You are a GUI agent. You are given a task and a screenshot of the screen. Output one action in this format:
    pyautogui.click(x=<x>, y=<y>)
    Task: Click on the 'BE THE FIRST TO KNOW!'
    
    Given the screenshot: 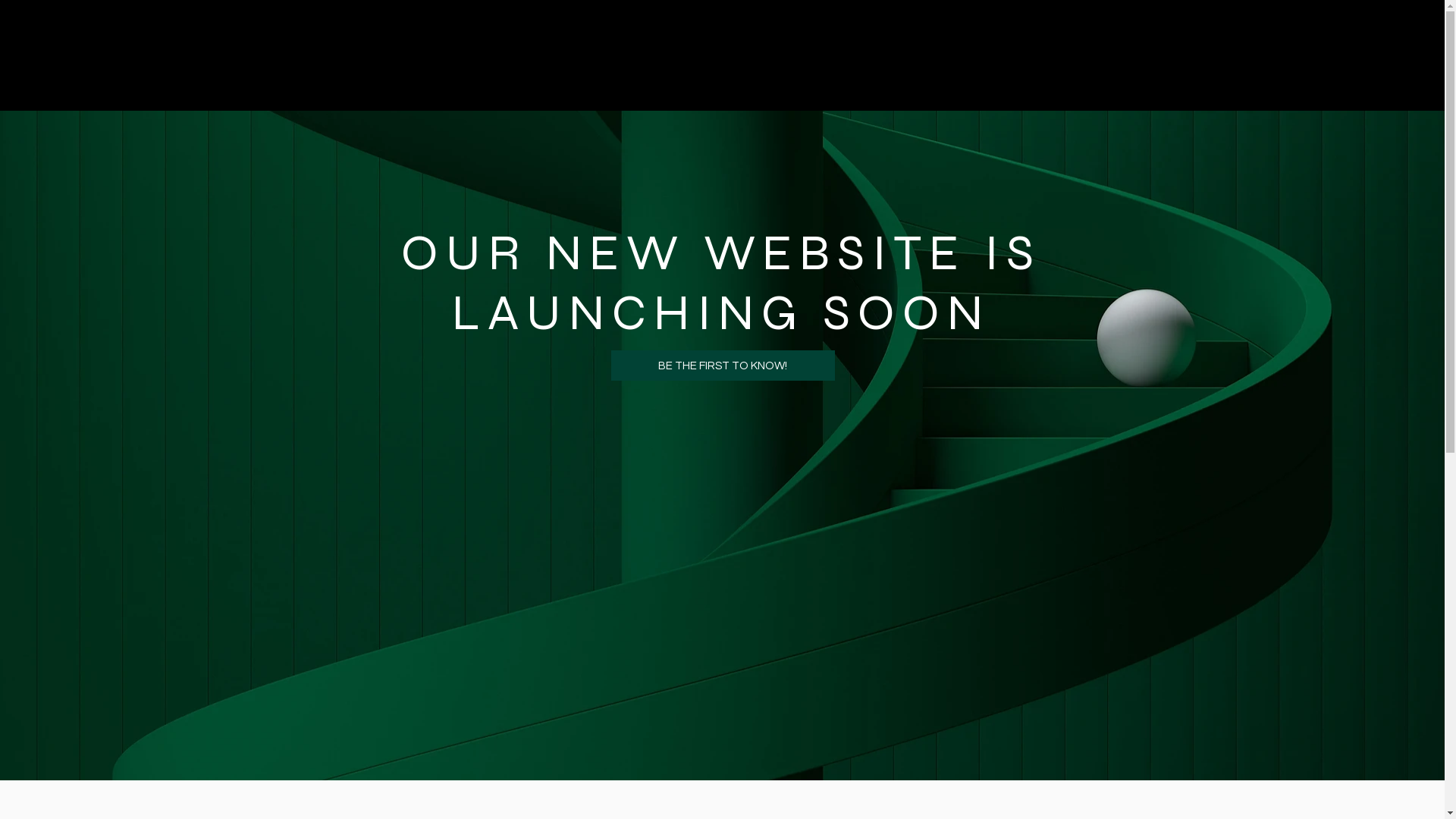 What is the action you would take?
    pyautogui.click(x=722, y=366)
    